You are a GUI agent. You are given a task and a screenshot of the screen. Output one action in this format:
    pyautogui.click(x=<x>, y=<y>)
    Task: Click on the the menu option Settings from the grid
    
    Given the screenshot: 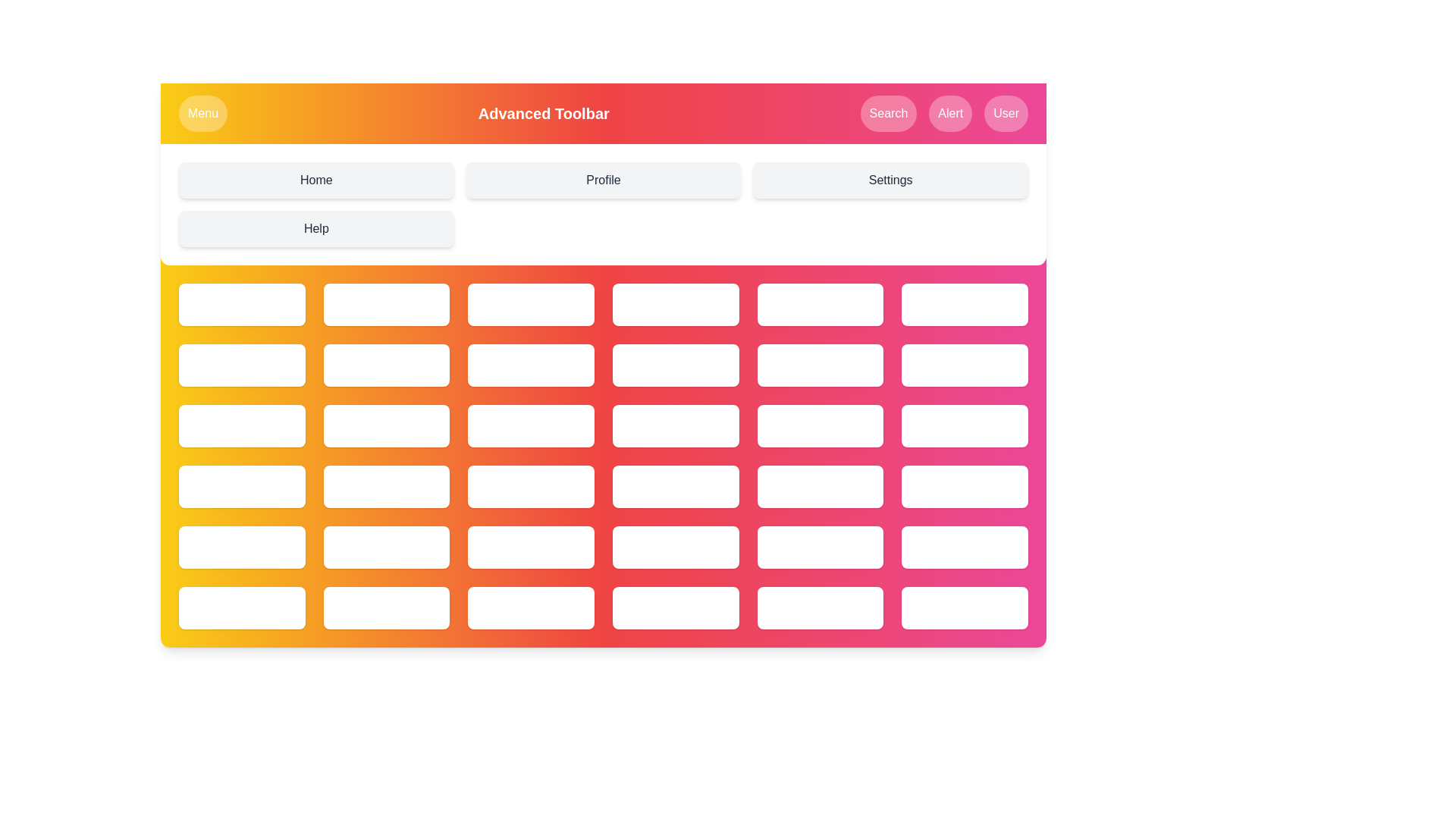 What is the action you would take?
    pyautogui.click(x=890, y=180)
    